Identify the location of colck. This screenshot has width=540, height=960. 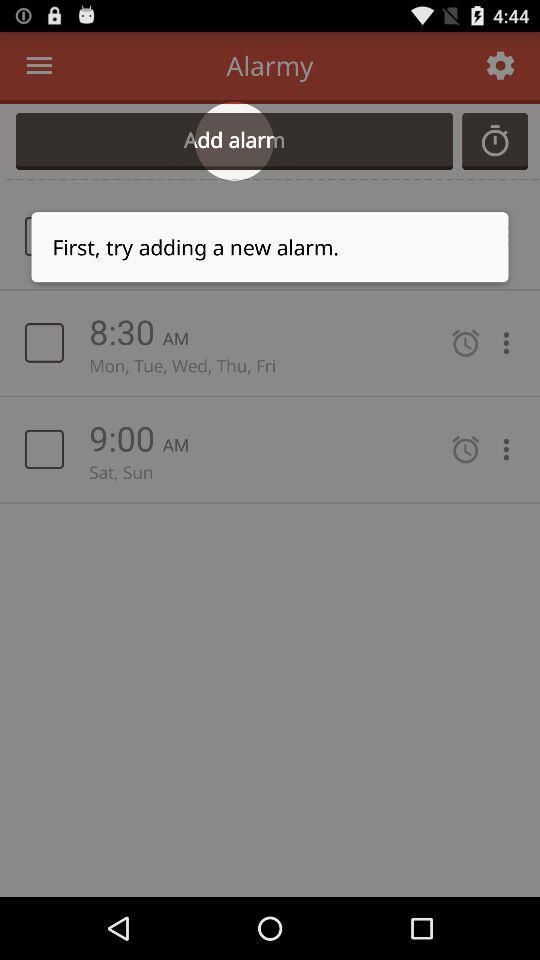
(494, 140).